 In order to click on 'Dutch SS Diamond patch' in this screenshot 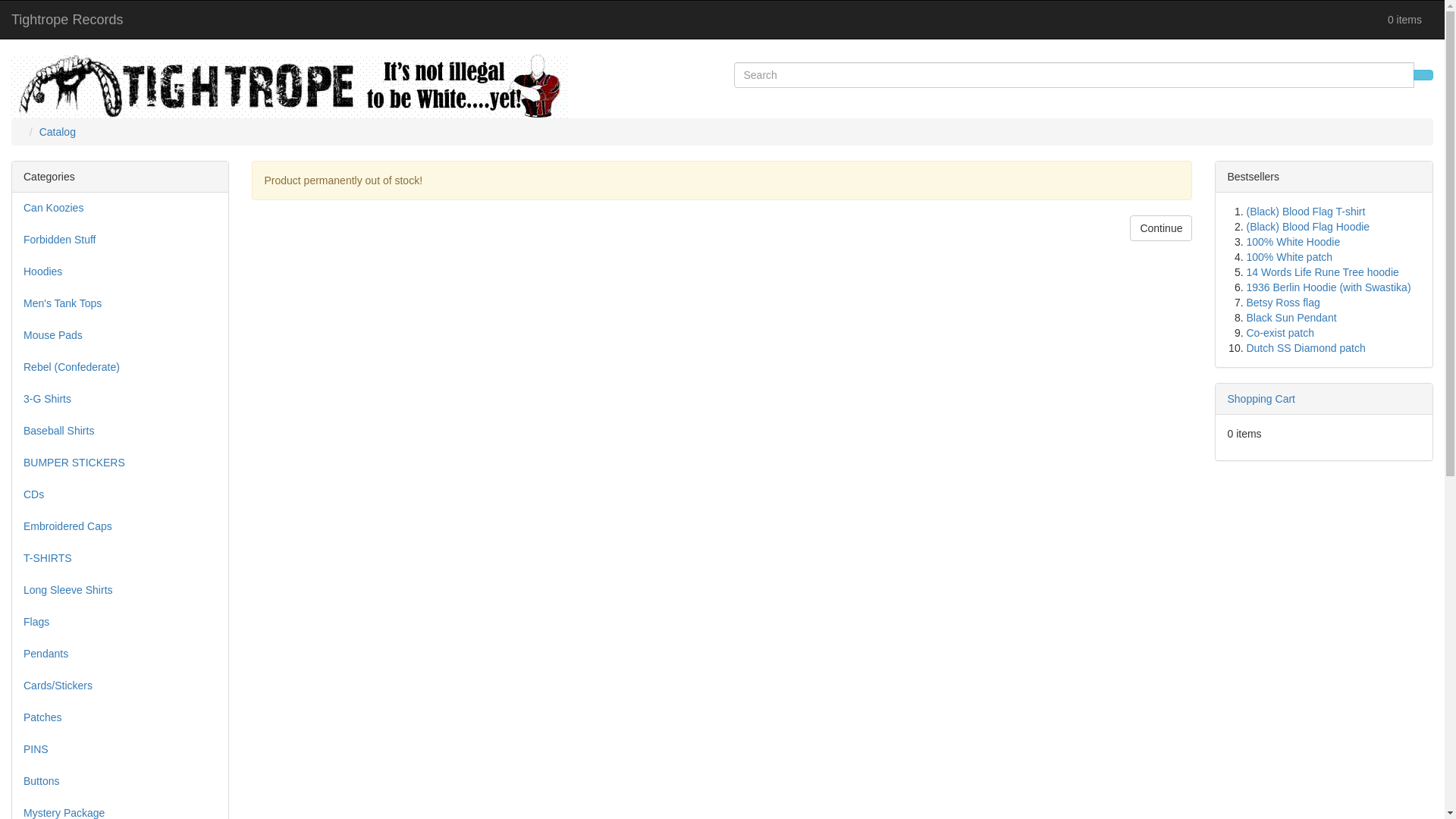, I will do `click(1304, 348)`.